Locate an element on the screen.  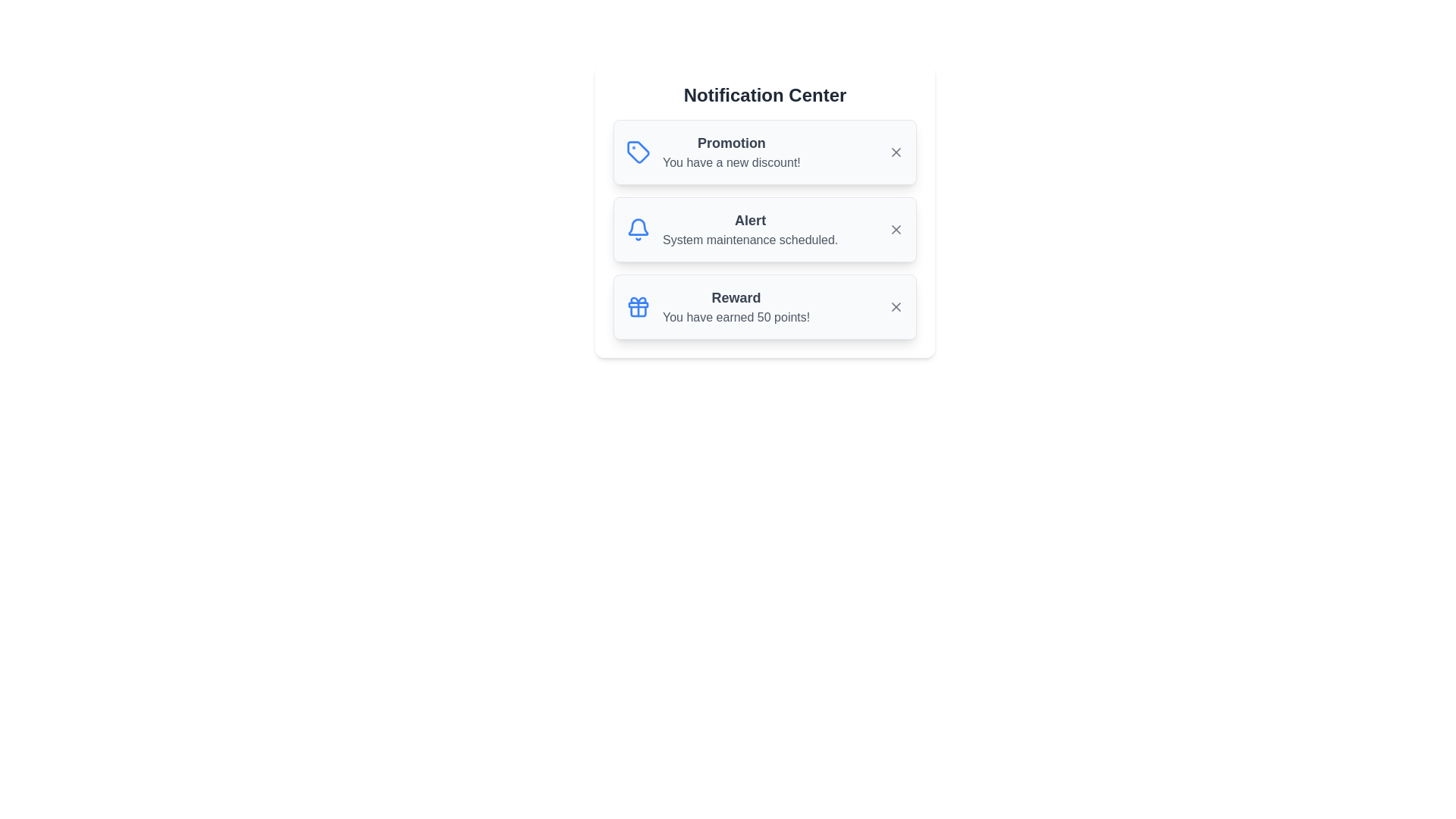
the close button of the 'Reward' notification card at the upper-right corner is located at coordinates (896, 307).